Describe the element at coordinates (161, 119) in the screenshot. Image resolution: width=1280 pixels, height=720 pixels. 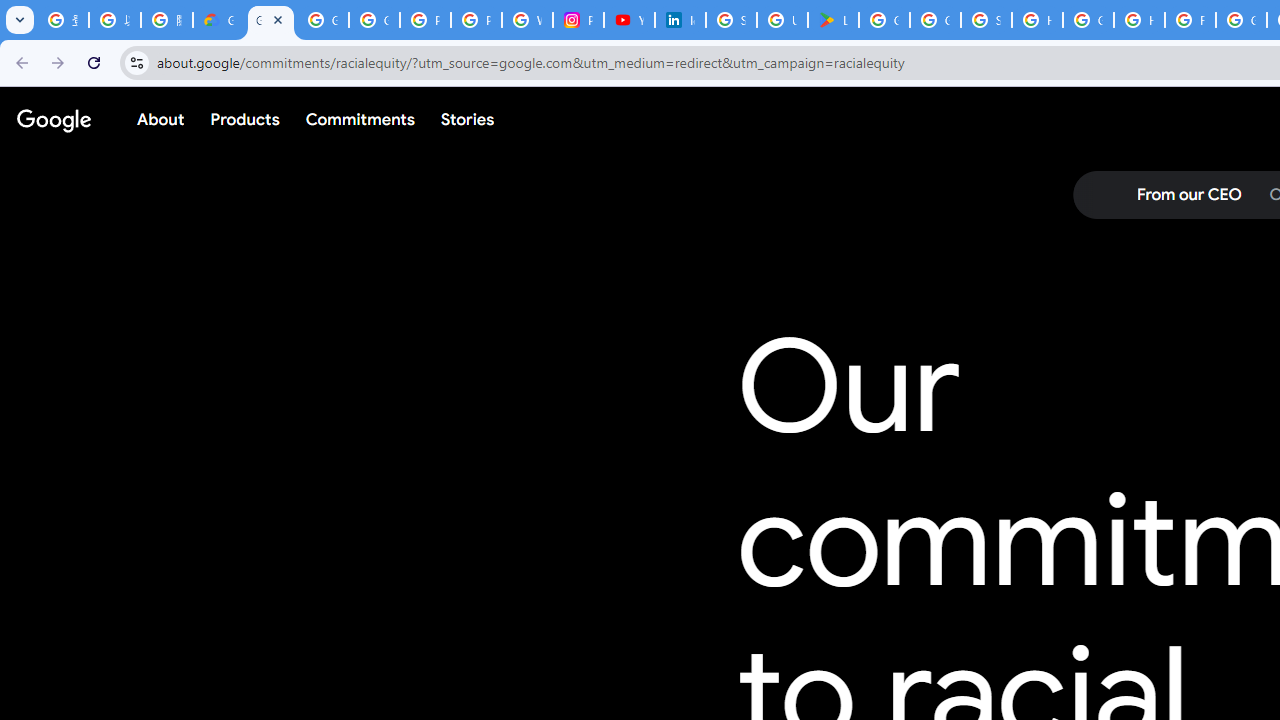
I see `'About'` at that location.